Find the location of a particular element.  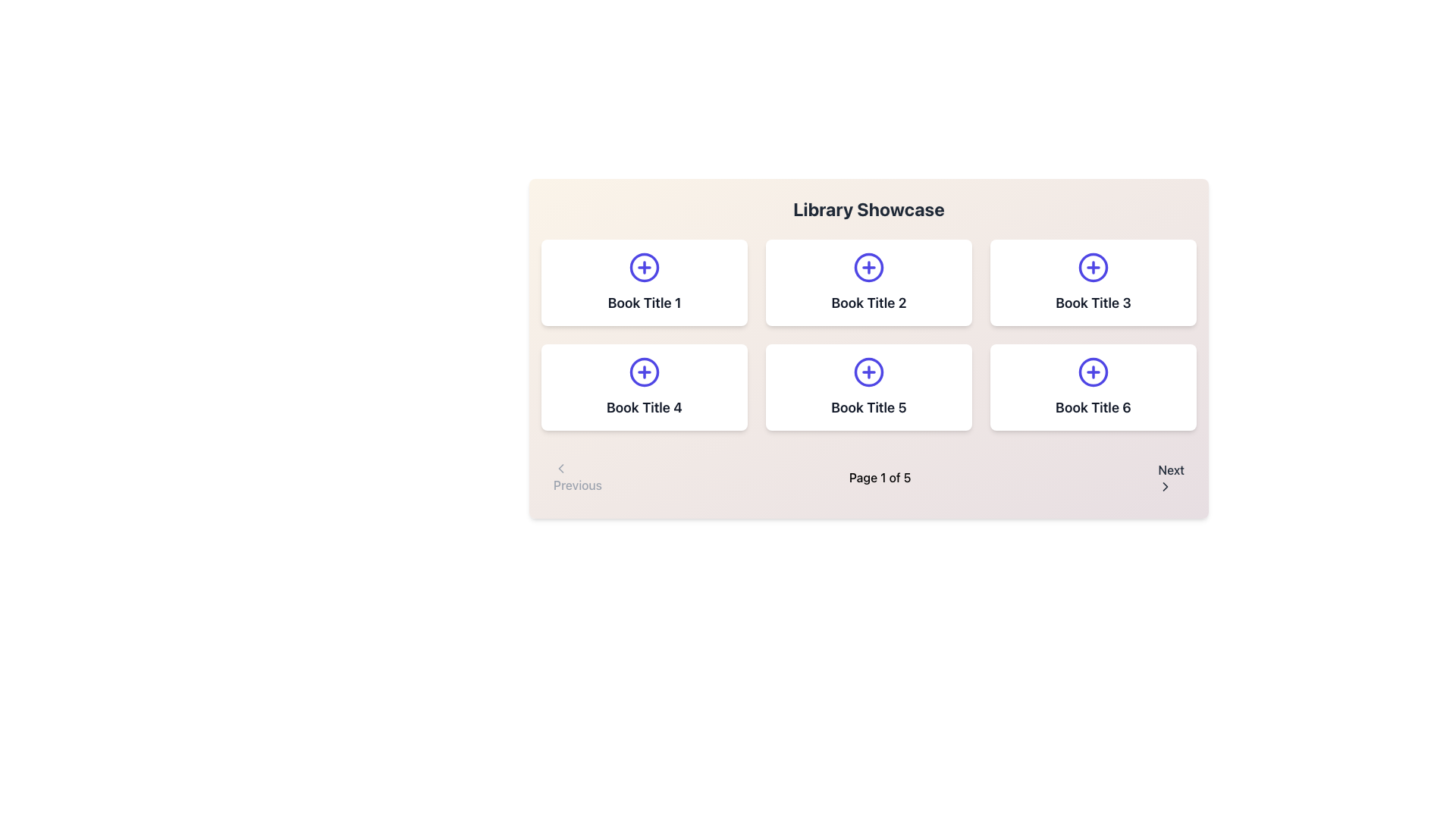

the circular indigo icon with a plus sign in the center located in the second panel of the interface grid, which is centered in the first row and second column is located at coordinates (869, 267).